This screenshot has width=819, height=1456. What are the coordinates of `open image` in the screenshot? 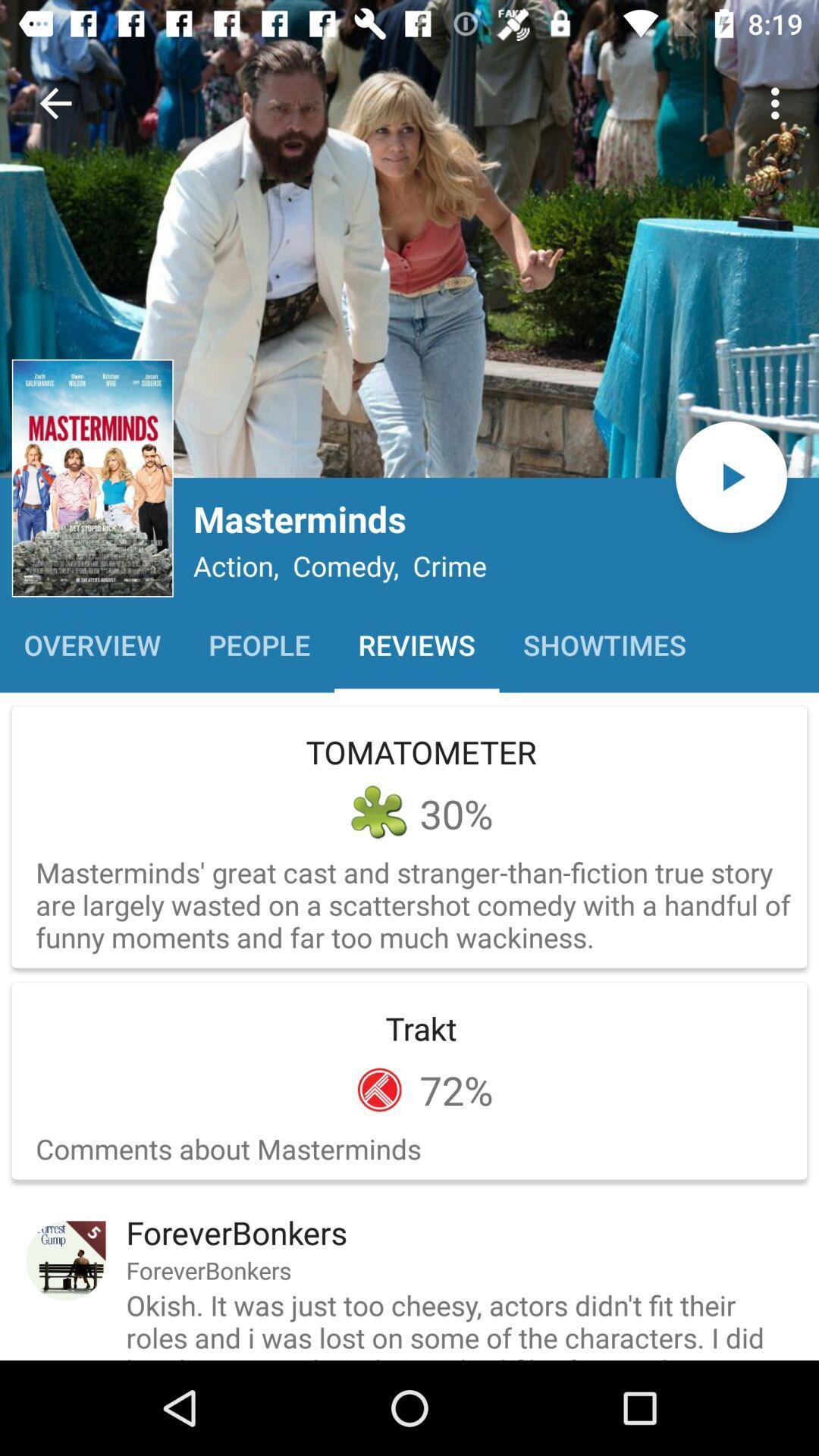 It's located at (409, 238).